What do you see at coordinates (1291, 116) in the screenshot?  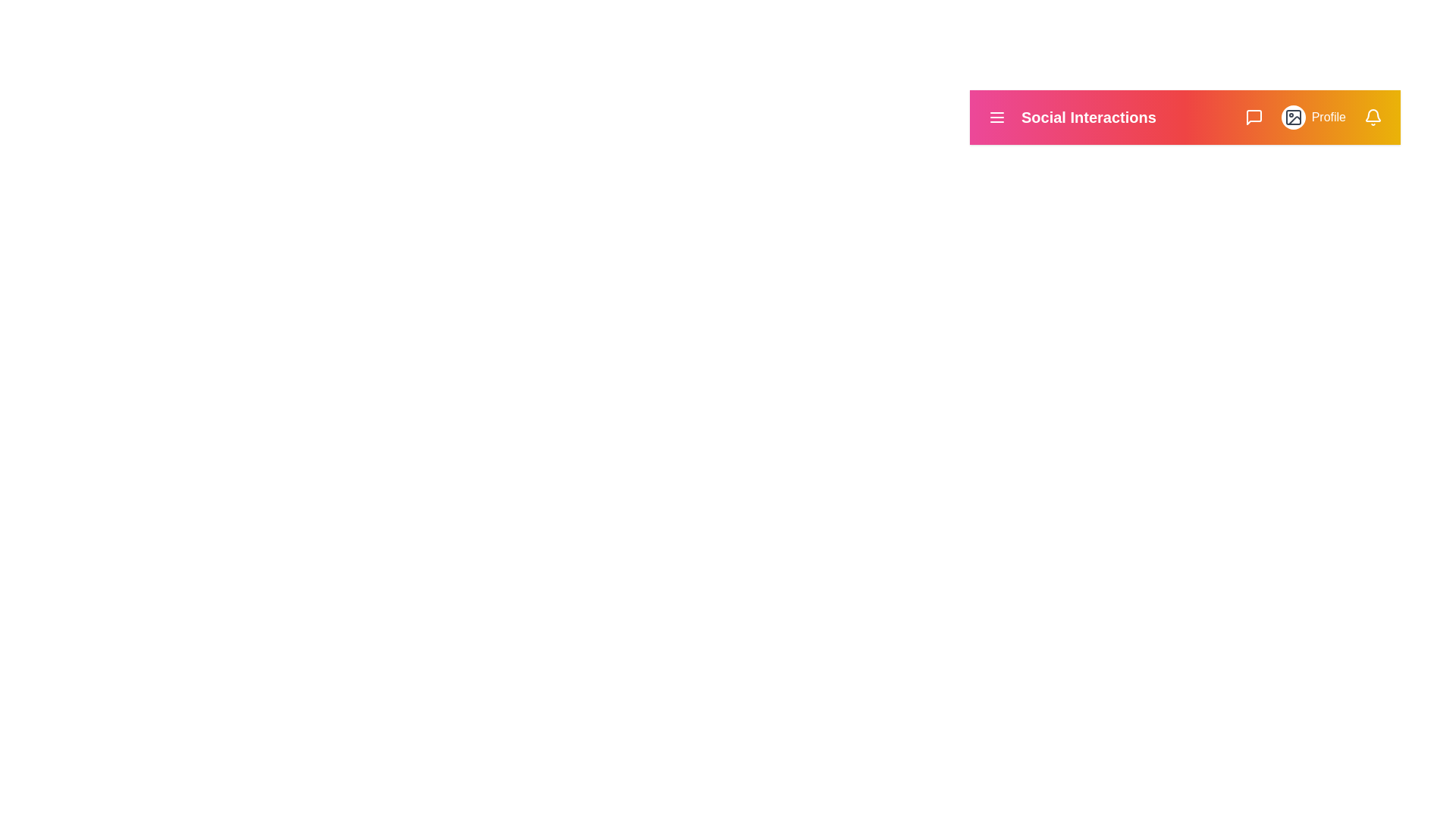 I see `the profile image to open profile options` at bounding box center [1291, 116].